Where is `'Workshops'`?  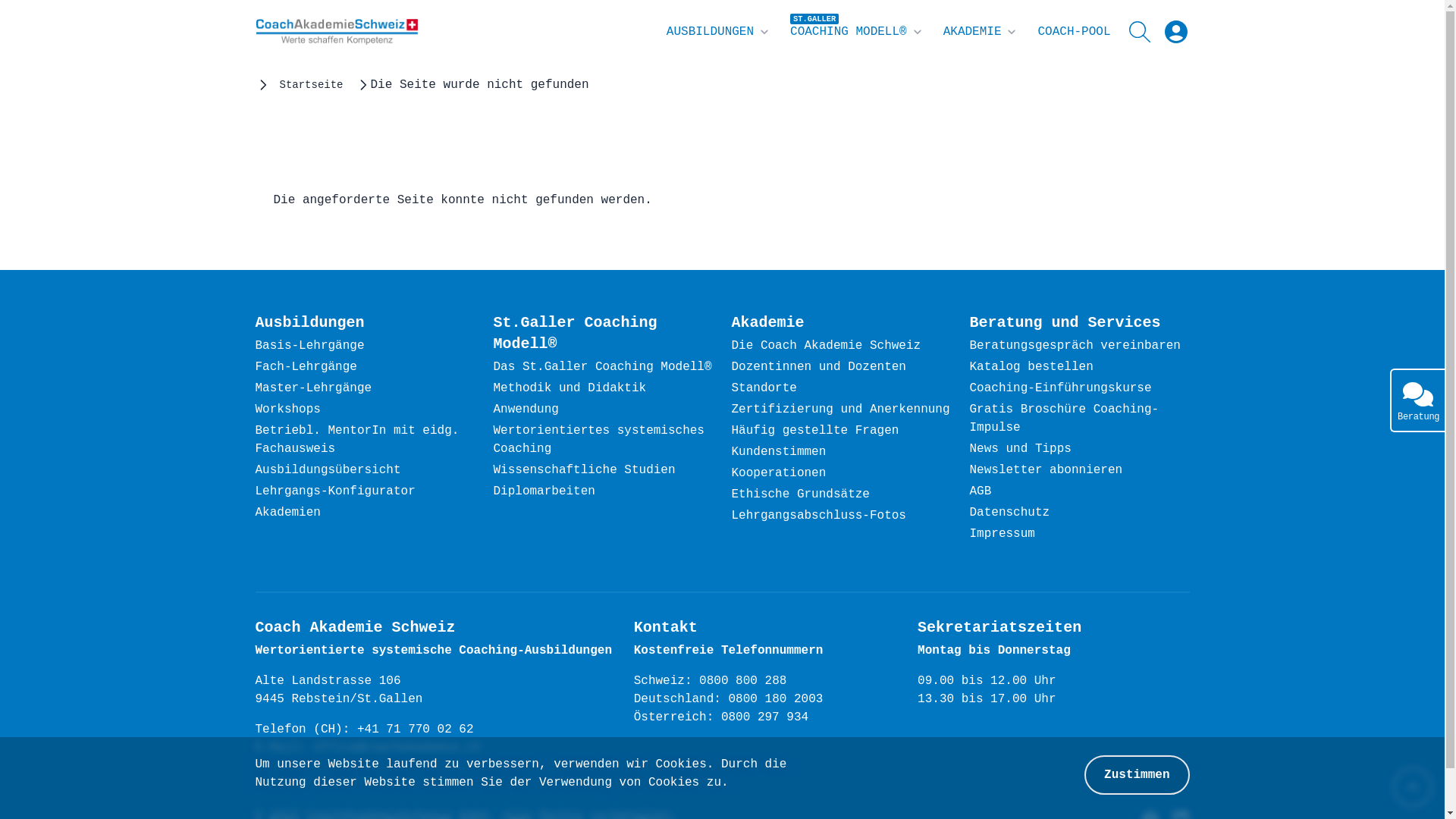
'Workshops' is located at coordinates (287, 409).